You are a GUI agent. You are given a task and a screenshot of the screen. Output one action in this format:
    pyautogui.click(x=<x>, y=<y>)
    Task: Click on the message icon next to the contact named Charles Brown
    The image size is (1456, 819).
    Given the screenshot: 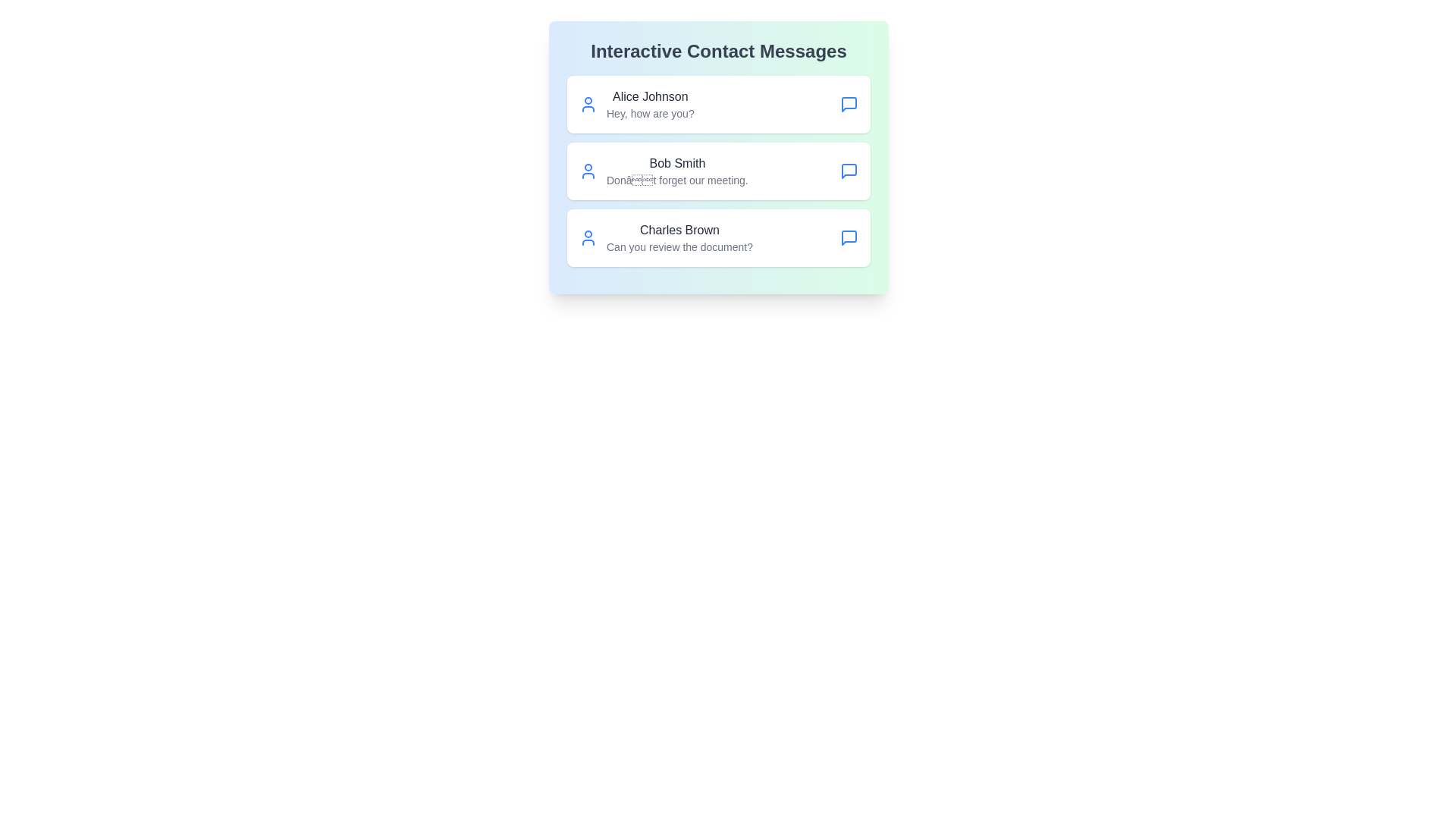 What is the action you would take?
    pyautogui.click(x=848, y=237)
    